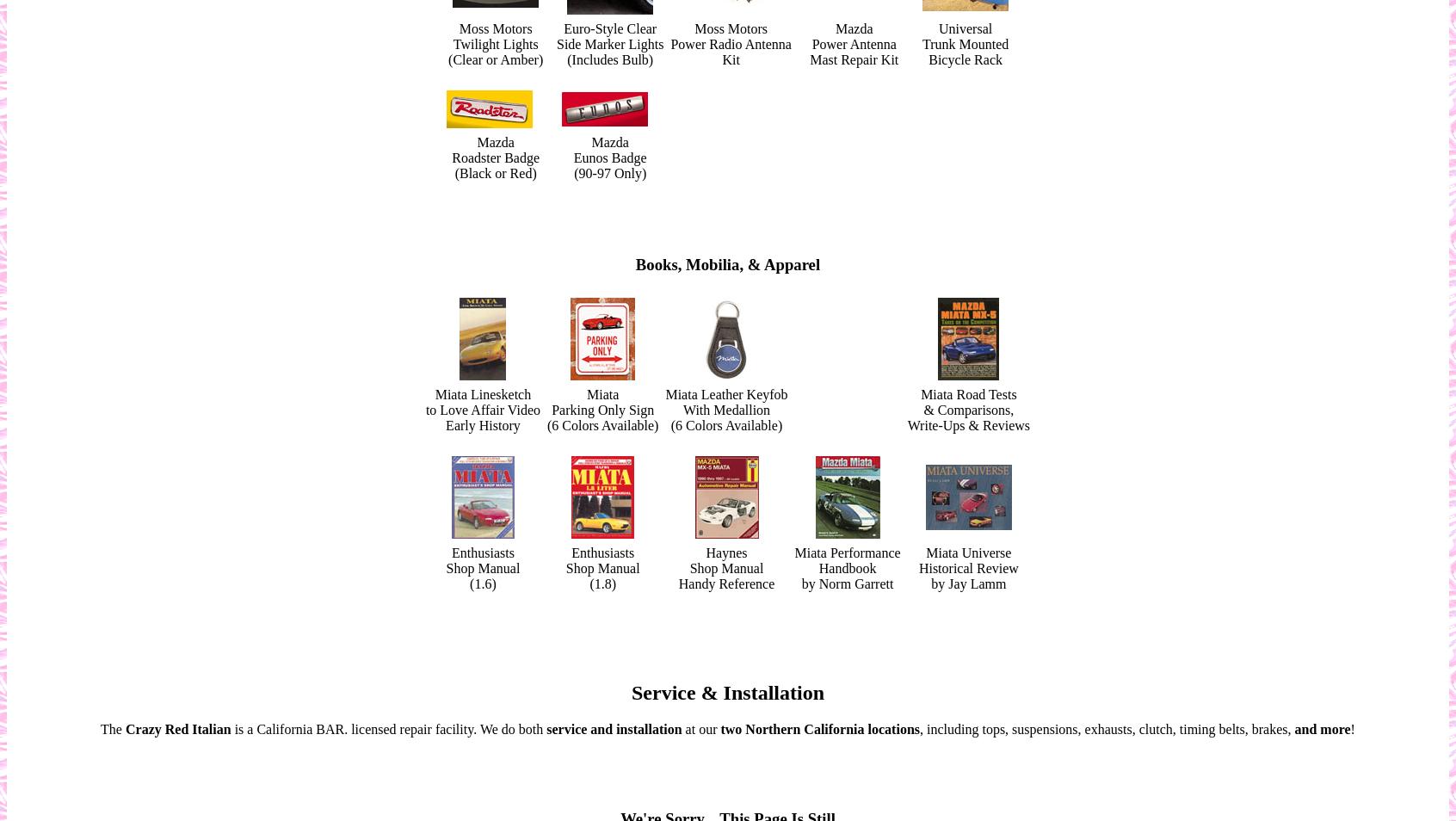 The width and height of the screenshot is (1456, 821). Describe the element at coordinates (608, 172) in the screenshot. I see `'(90-97 Only)'` at that location.